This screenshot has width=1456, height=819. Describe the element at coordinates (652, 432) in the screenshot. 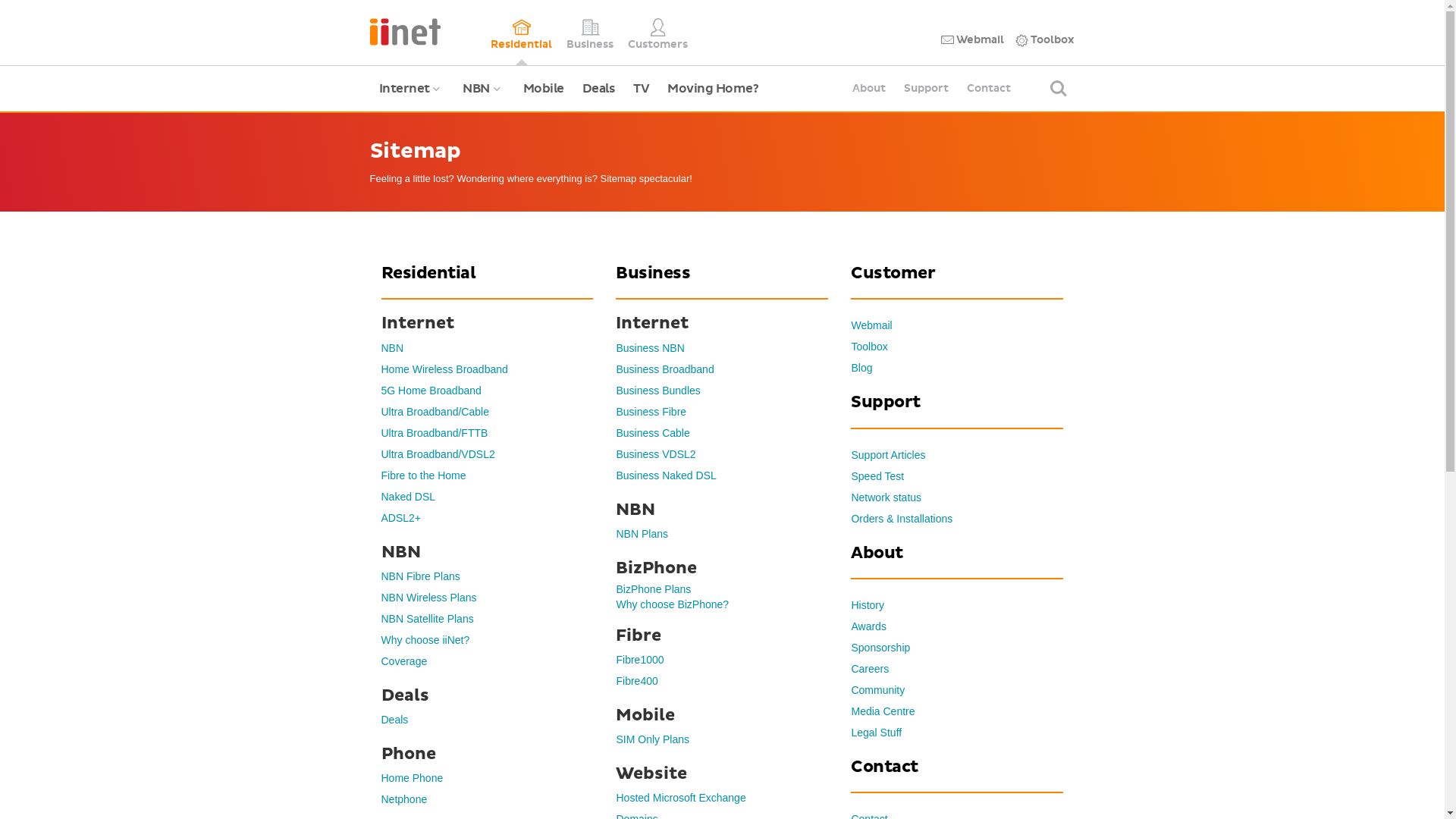

I see `'Business Cable'` at that location.